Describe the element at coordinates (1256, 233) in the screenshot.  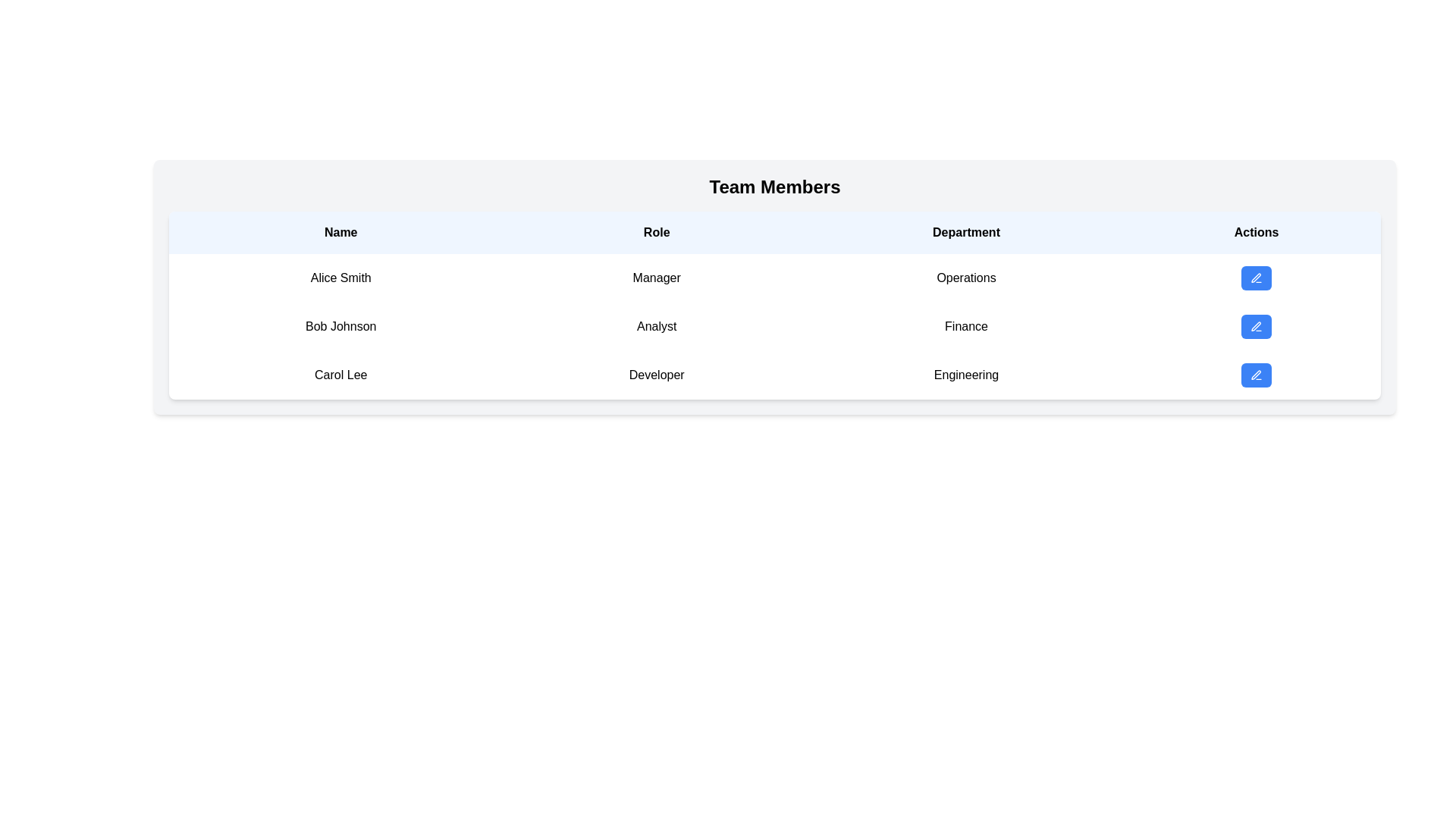
I see `the static text header that serves as the fourth column header in the table, indicating actions or operations related to the rows beneath it` at that location.